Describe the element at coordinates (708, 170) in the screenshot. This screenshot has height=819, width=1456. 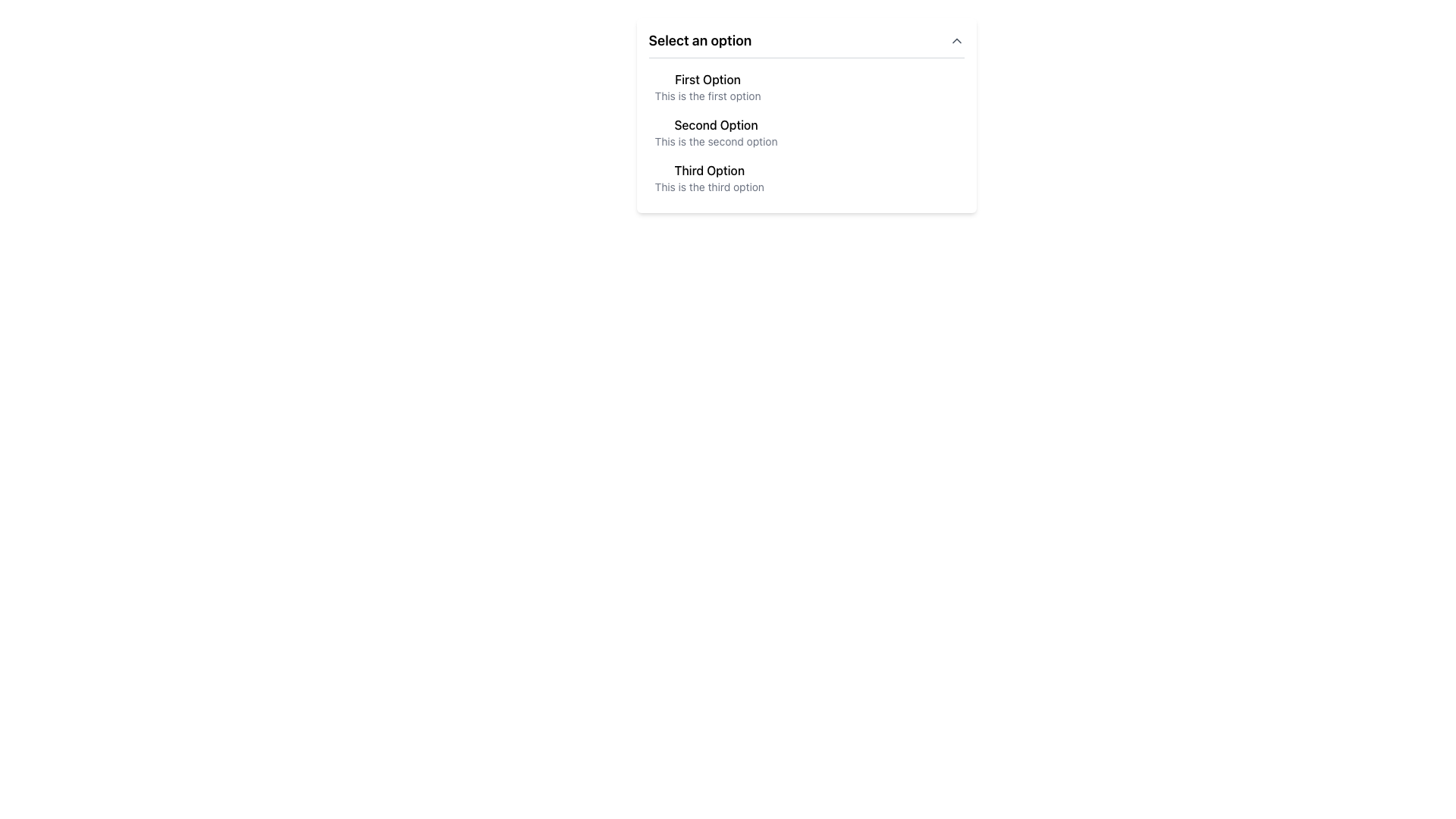
I see `the text label representing the third selectable option in the options menu` at that location.